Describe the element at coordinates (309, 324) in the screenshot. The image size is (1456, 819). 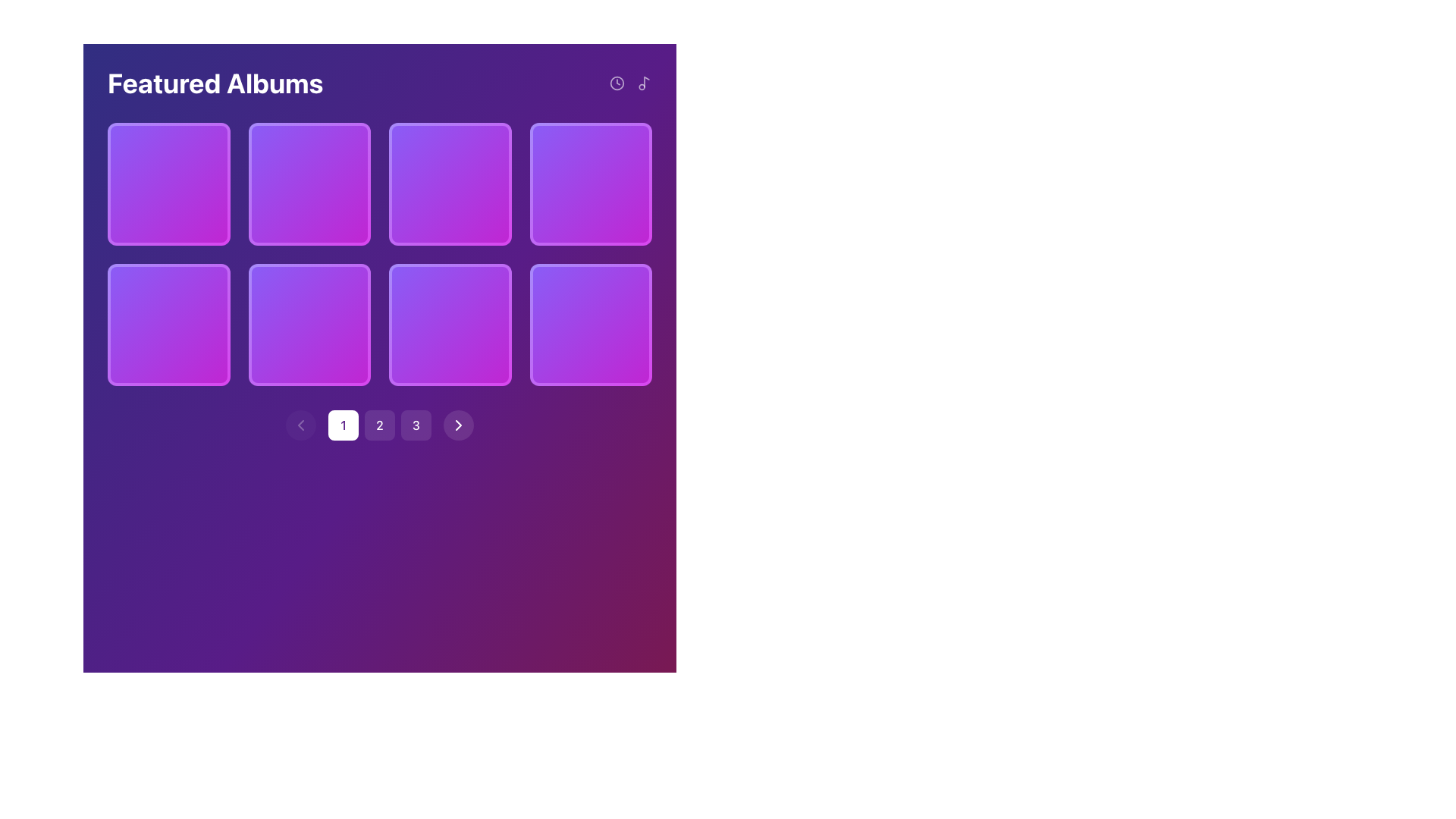
I see `the square tile Card with a gradient color scheme transitioning from violet to fuchsia located in the second row and second column of the grid layout` at that location.